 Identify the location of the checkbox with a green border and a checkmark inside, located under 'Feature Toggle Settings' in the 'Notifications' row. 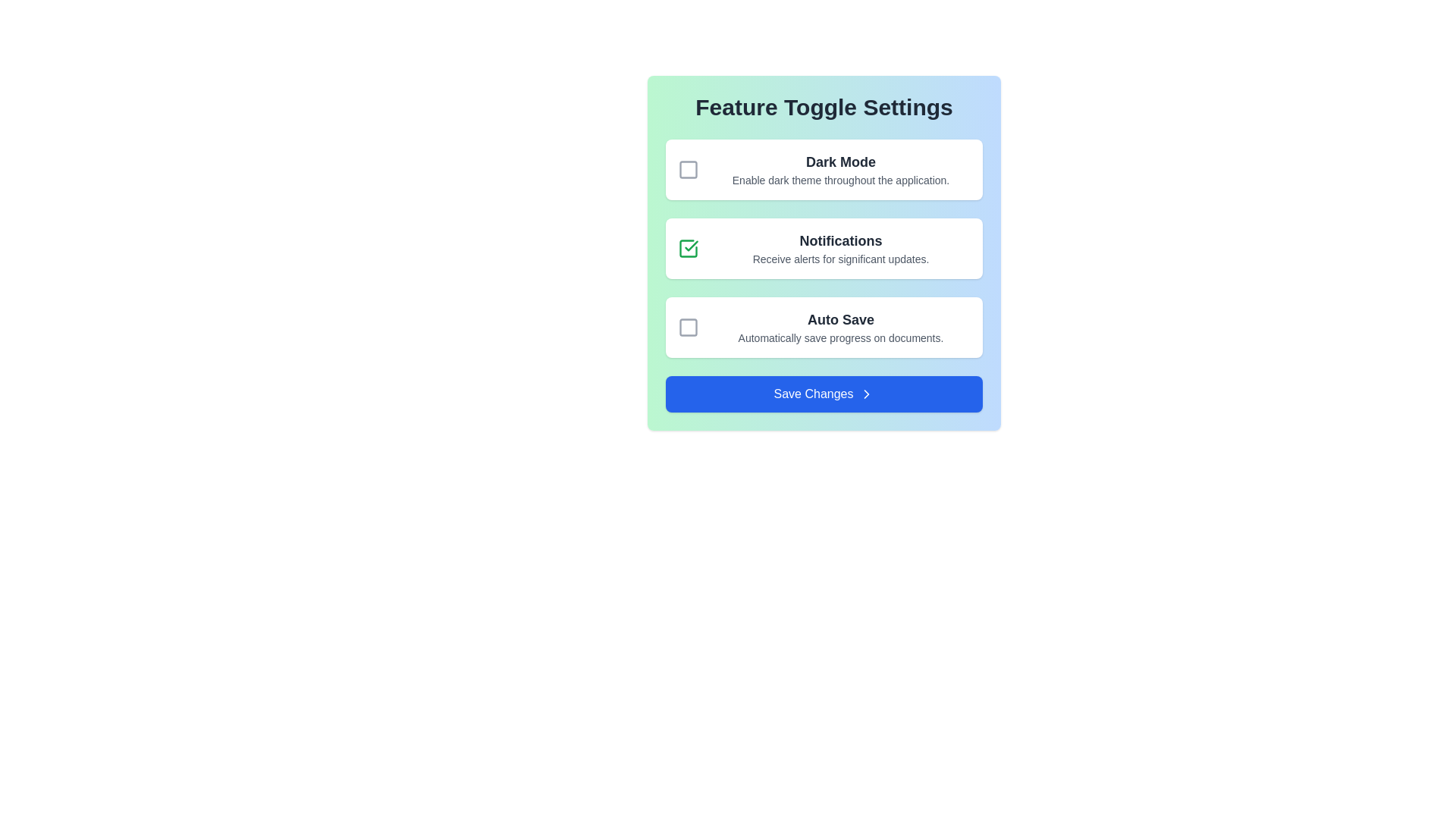
(687, 247).